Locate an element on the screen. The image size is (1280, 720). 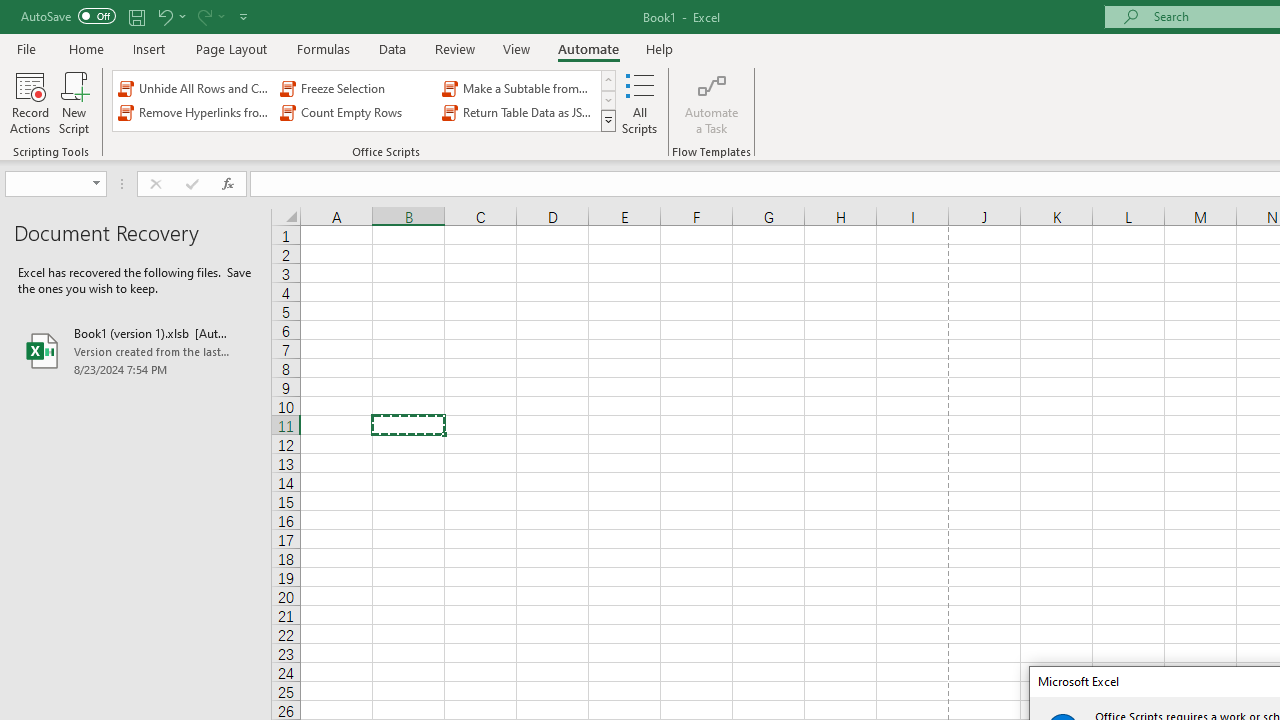
'Count Empty Rows' is located at coordinates (357, 113).